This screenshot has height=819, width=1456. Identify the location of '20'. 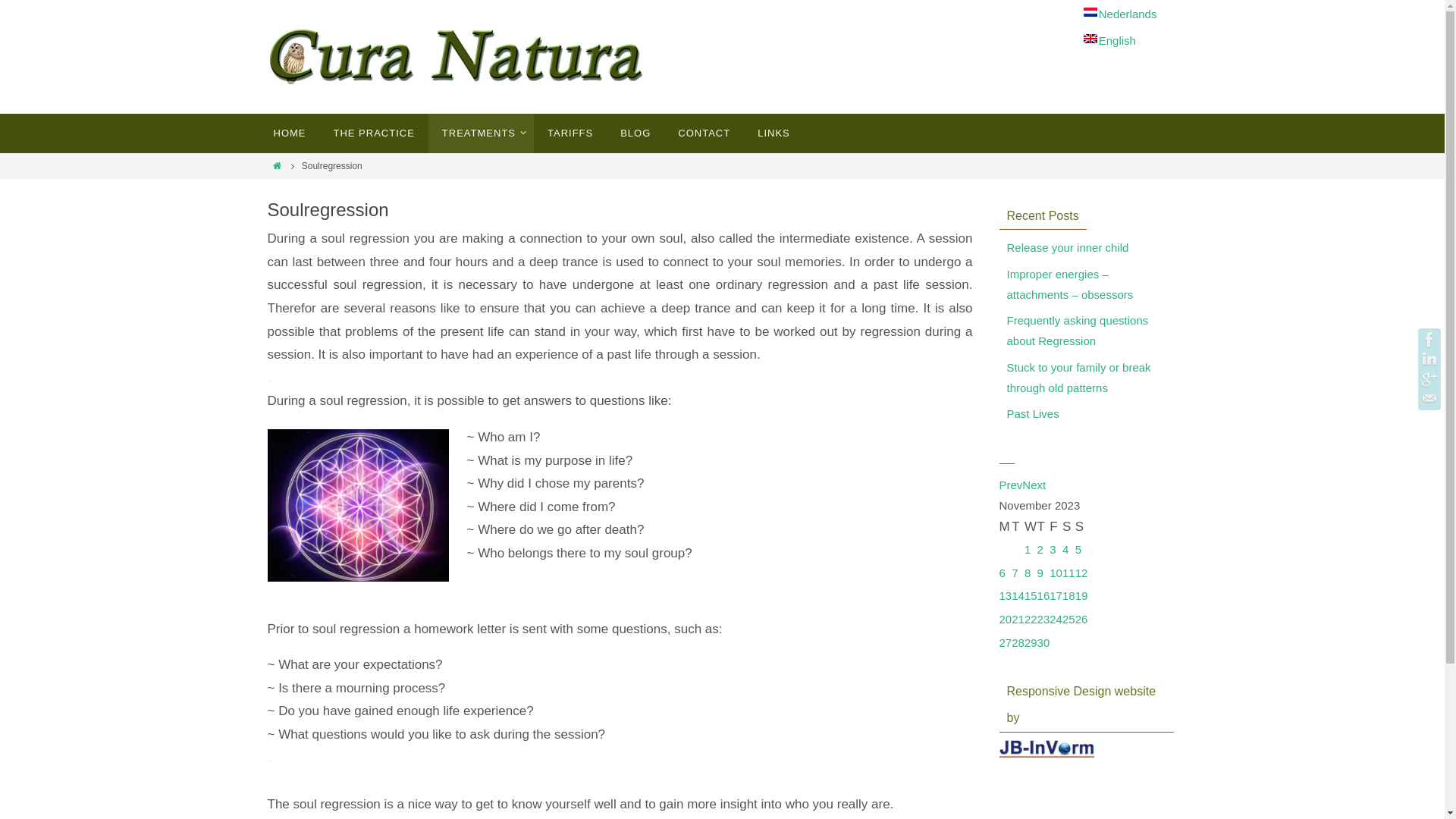
(1006, 620).